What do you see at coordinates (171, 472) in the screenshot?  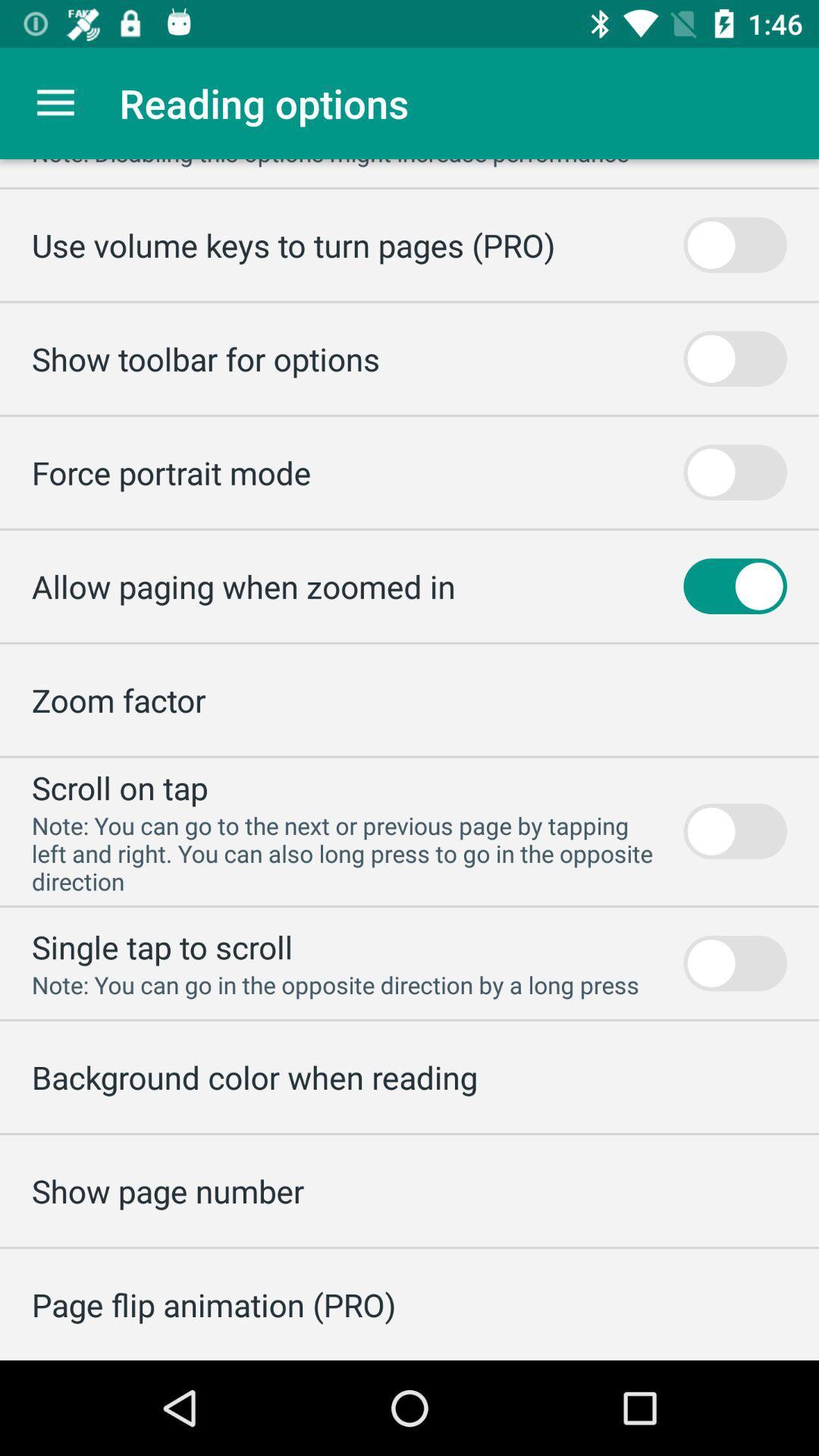 I see `icon below the show toolbar for` at bounding box center [171, 472].